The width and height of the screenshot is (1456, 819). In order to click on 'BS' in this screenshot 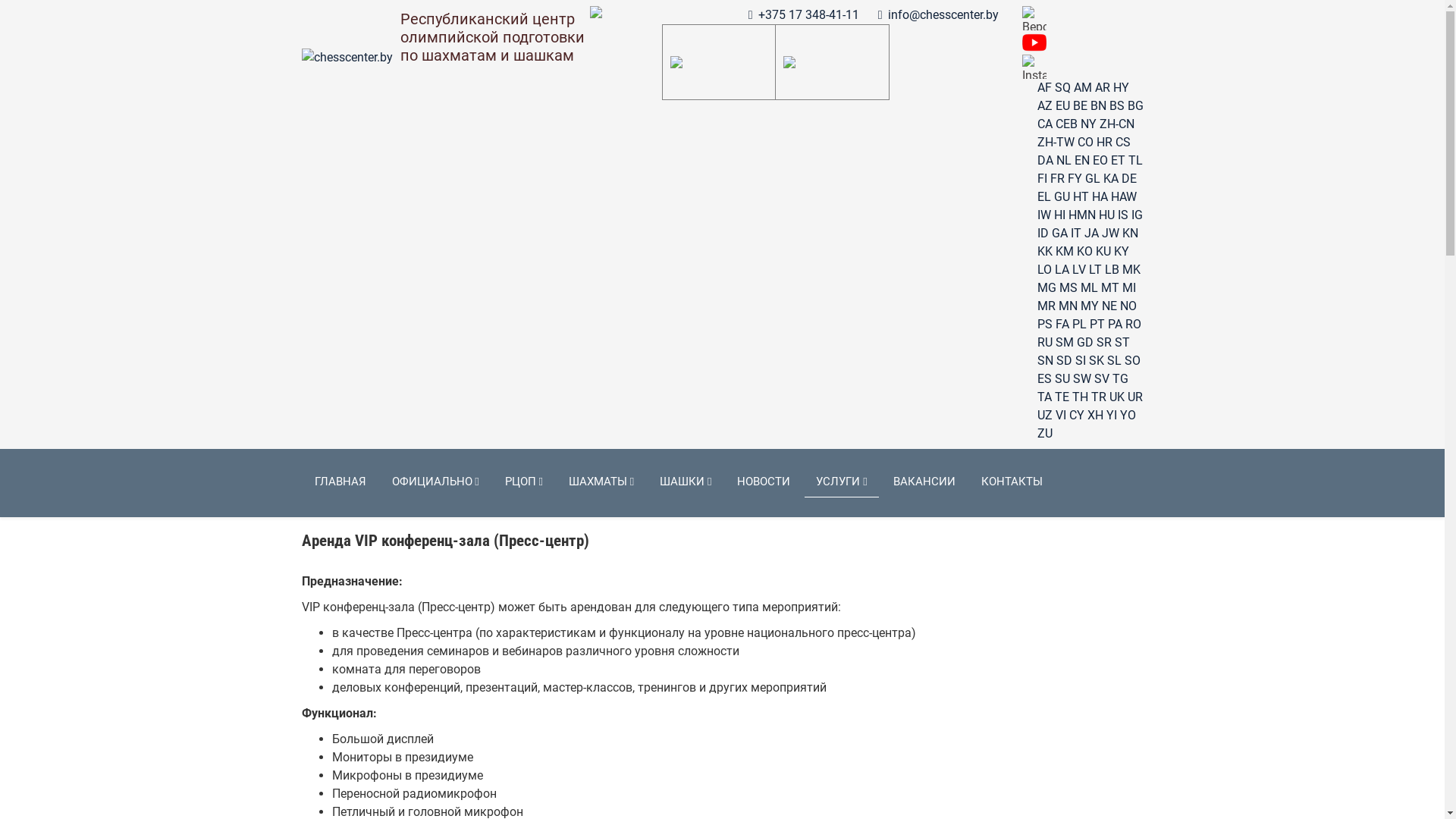, I will do `click(1109, 105)`.